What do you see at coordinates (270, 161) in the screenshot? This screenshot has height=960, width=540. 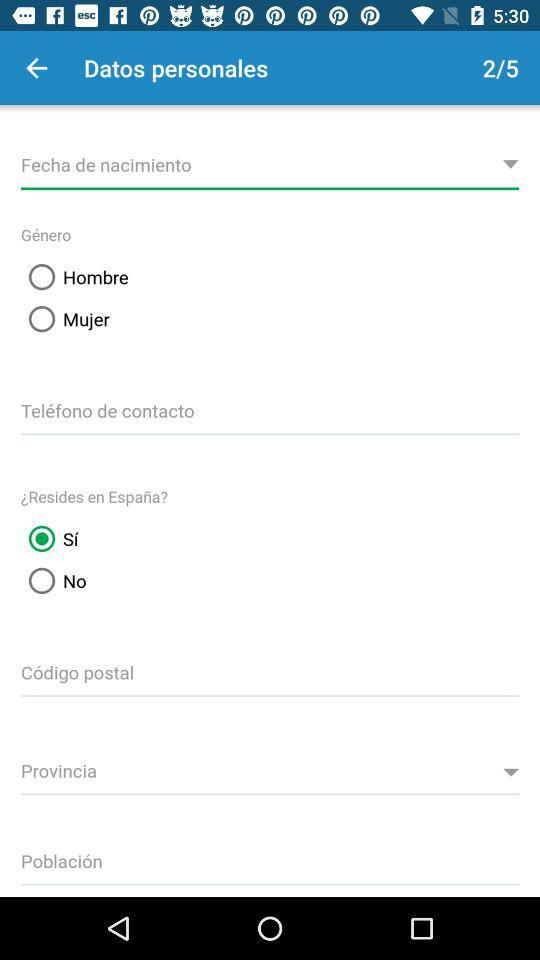 I see `name` at bounding box center [270, 161].